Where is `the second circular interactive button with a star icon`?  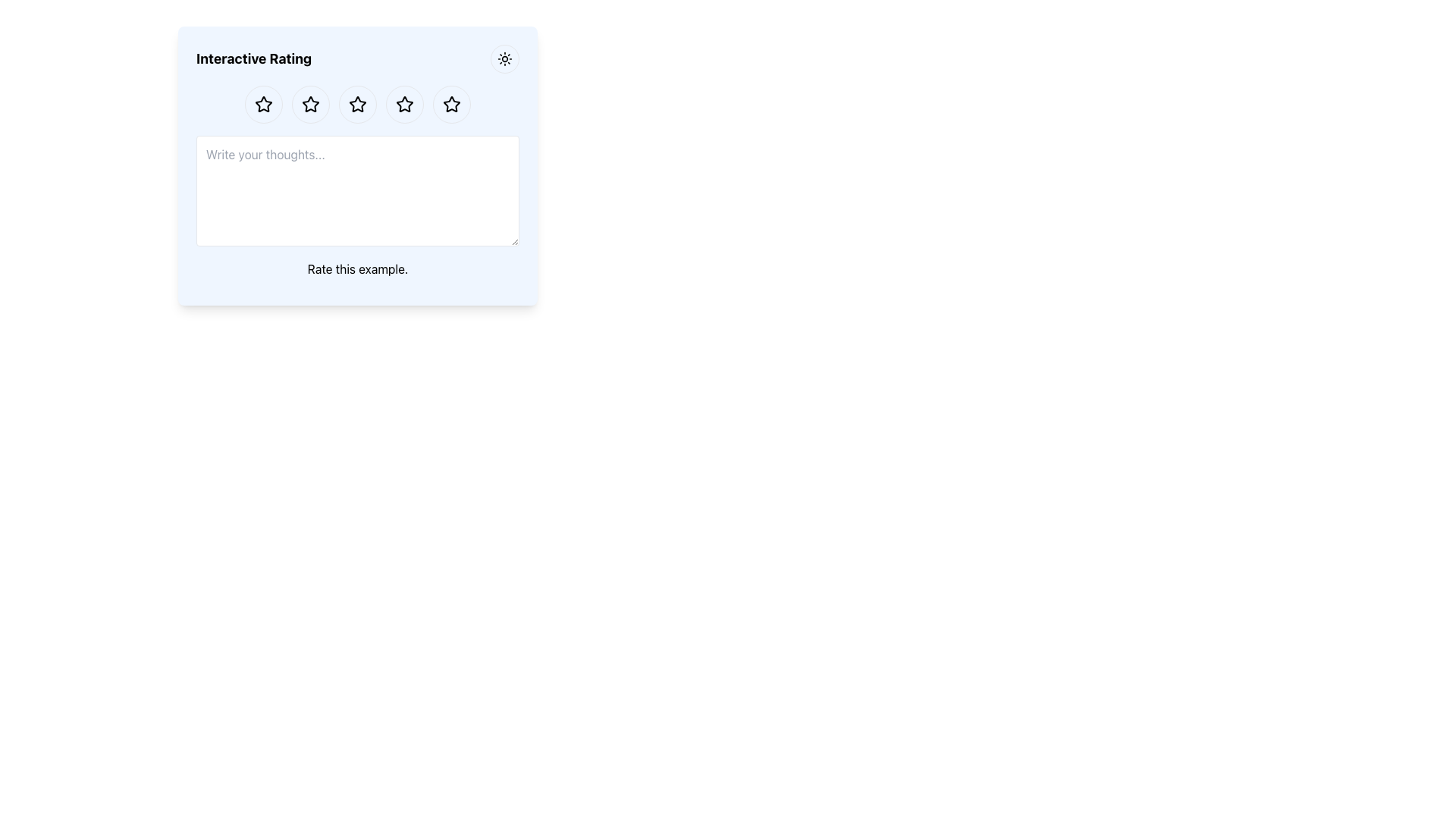
the second circular interactive button with a star icon is located at coordinates (309, 104).